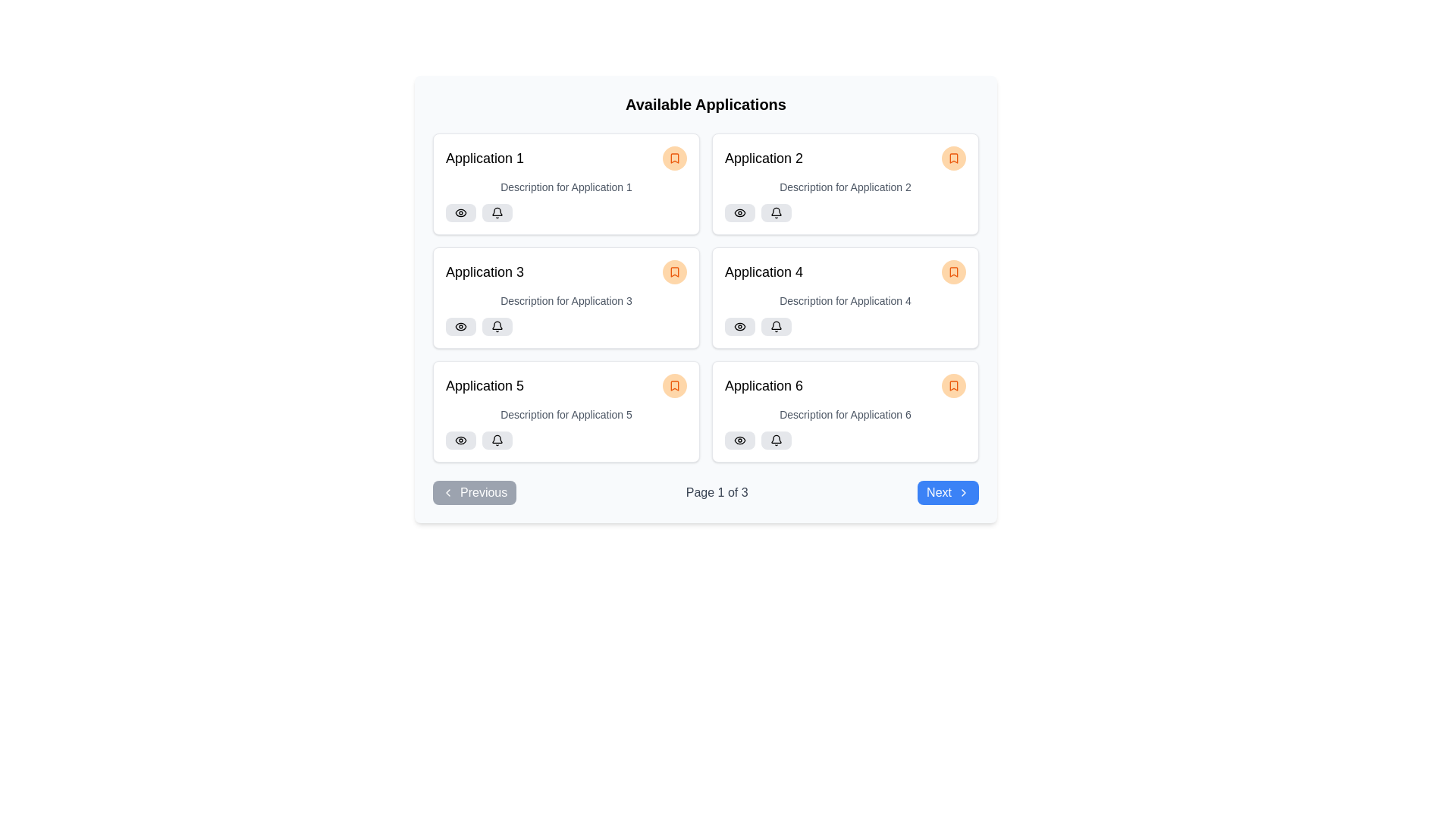 Image resolution: width=1456 pixels, height=819 pixels. I want to click on the orange bookmark icon located at the top-right corner of the 'Application 5' card, so click(673, 385).